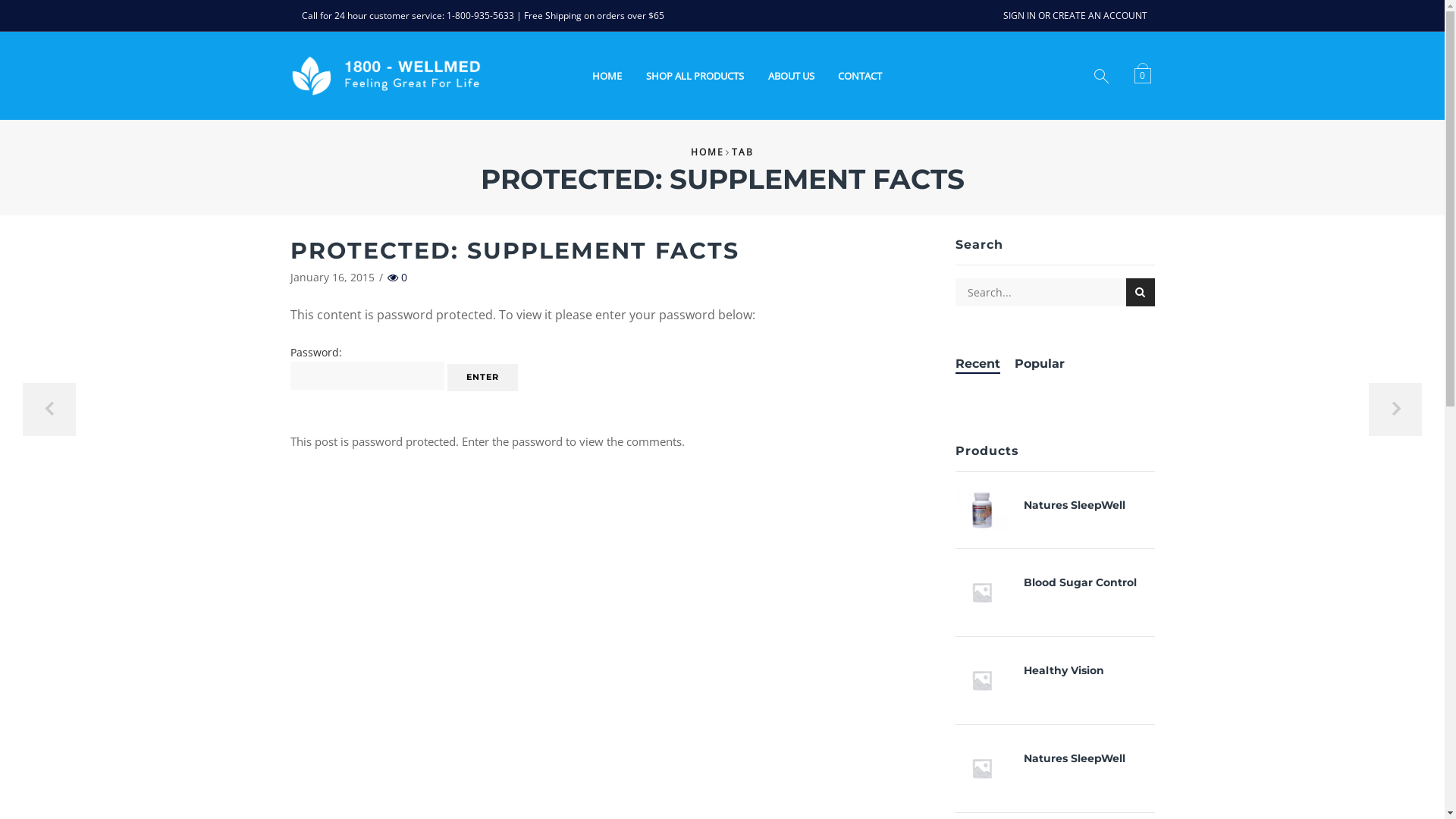  Describe the element at coordinates (482, 376) in the screenshot. I see `'Enter'` at that location.